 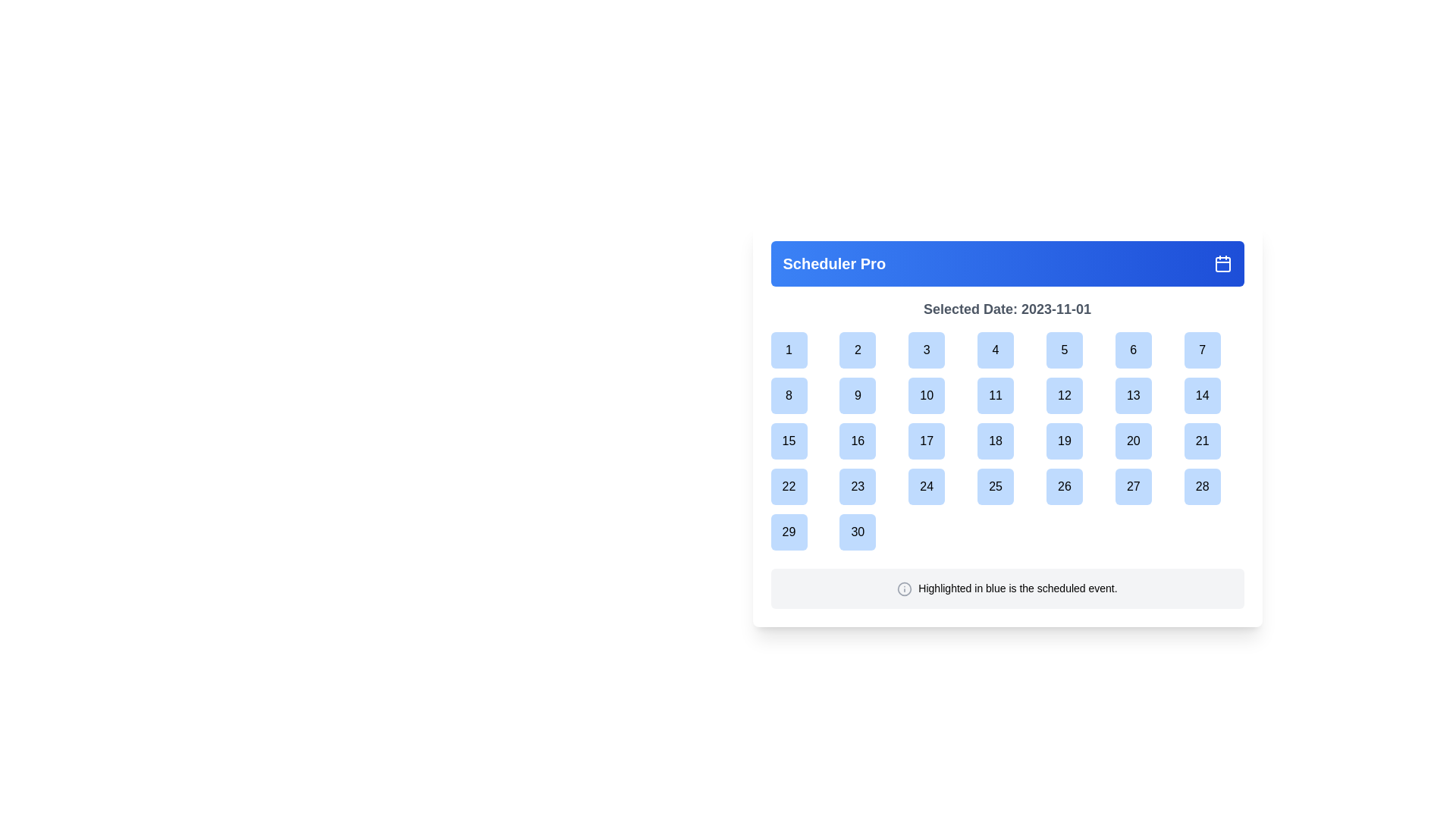 I want to click on the button representing the third day in the calendar interface to activate its hover state, so click(x=926, y=350).